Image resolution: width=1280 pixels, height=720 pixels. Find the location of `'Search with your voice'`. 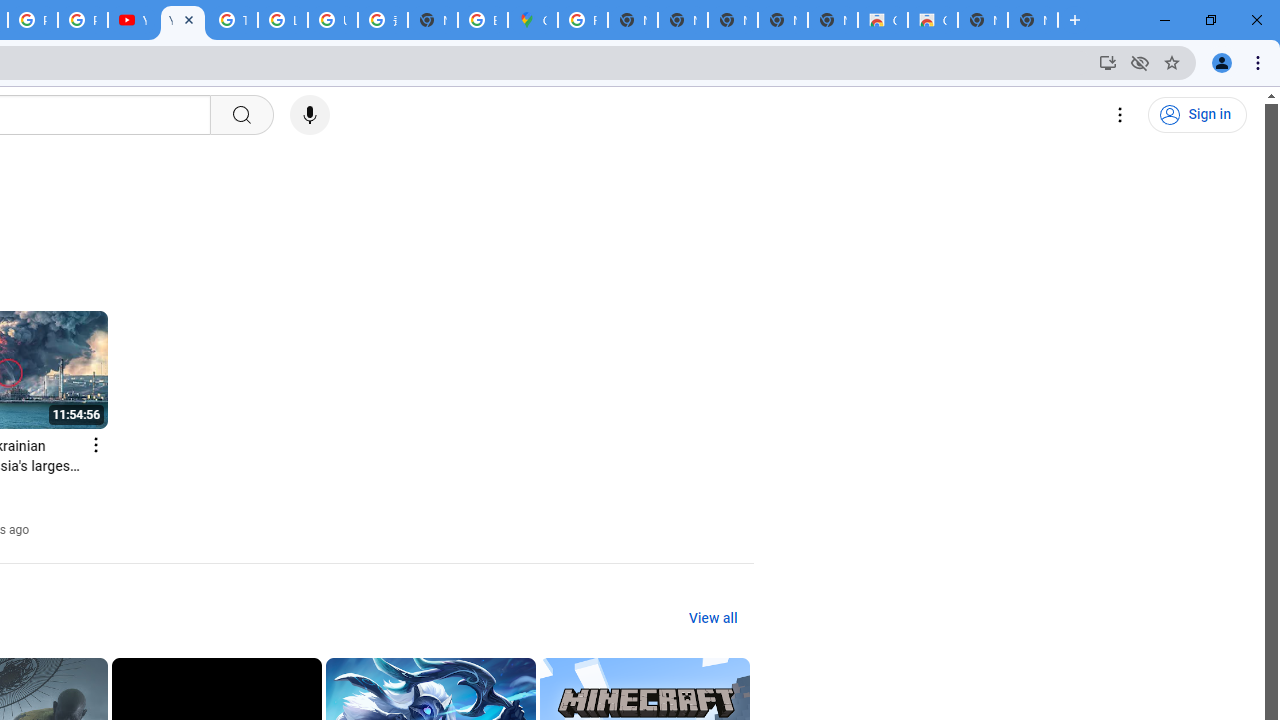

'Search with your voice' is located at coordinates (308, 115).